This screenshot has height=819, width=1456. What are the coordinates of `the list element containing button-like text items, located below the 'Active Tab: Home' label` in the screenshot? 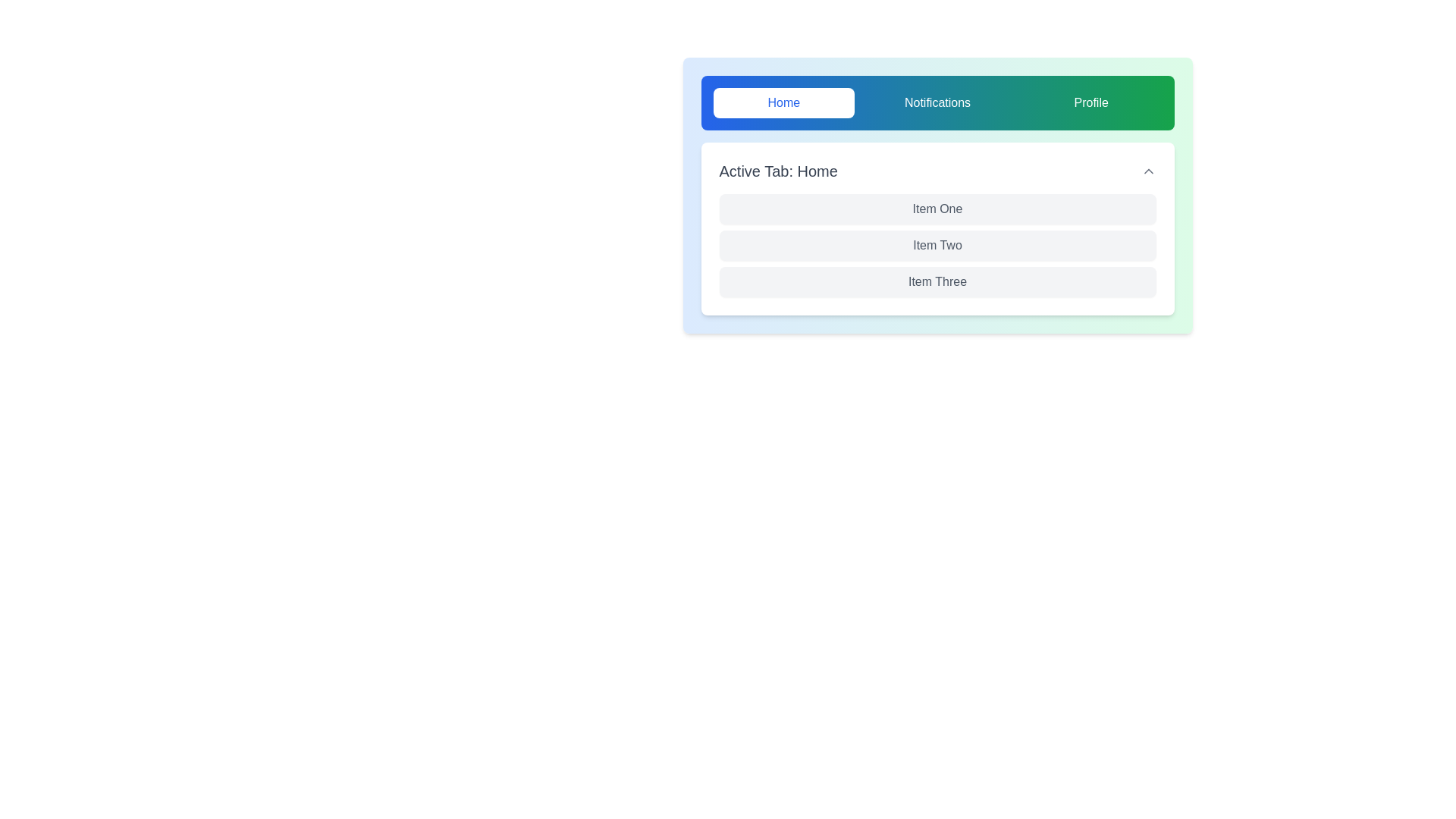 It's located at (937, 195).